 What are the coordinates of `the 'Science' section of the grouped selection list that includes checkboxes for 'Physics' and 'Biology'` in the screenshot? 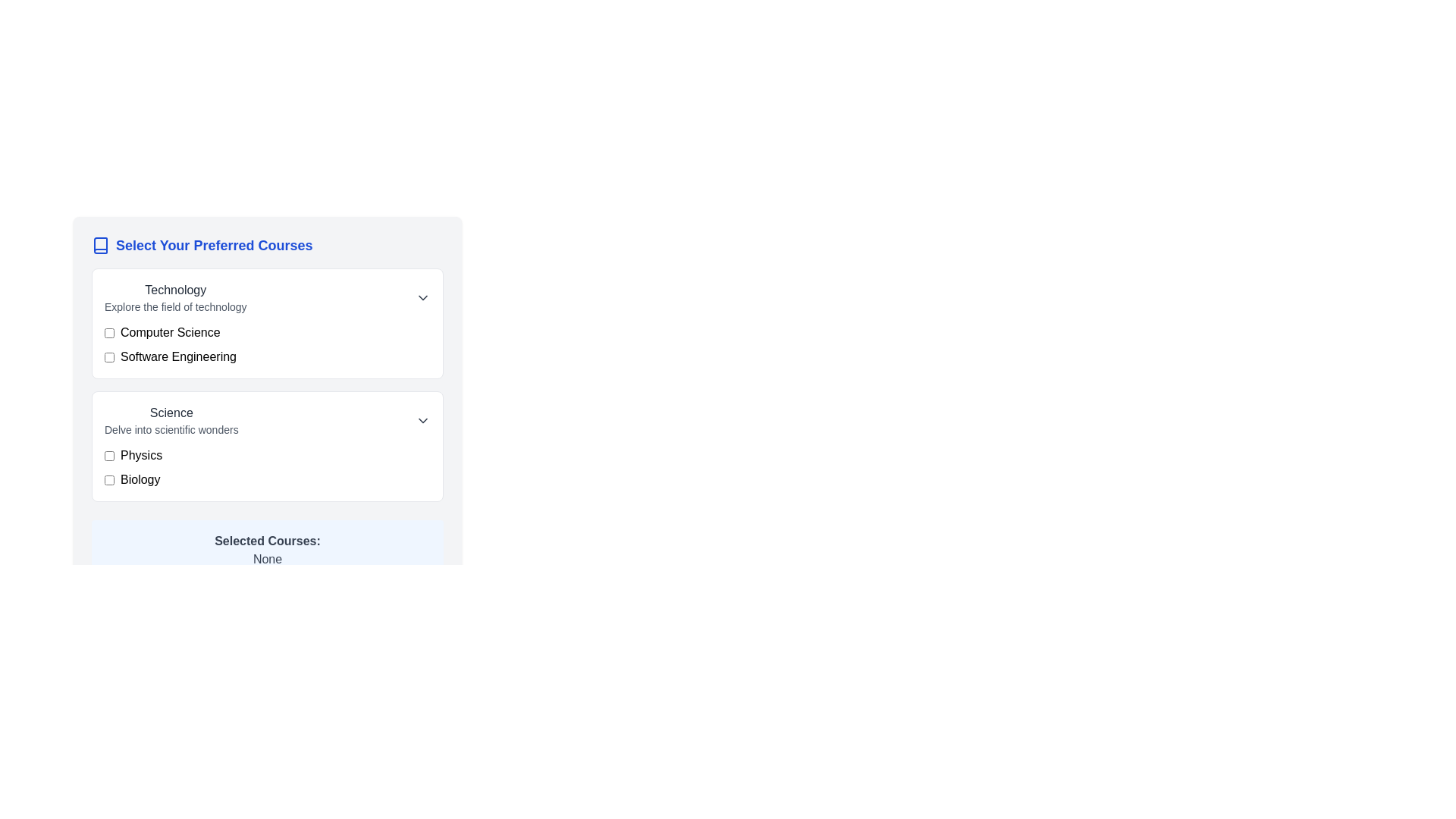 It's located at (268, 406).